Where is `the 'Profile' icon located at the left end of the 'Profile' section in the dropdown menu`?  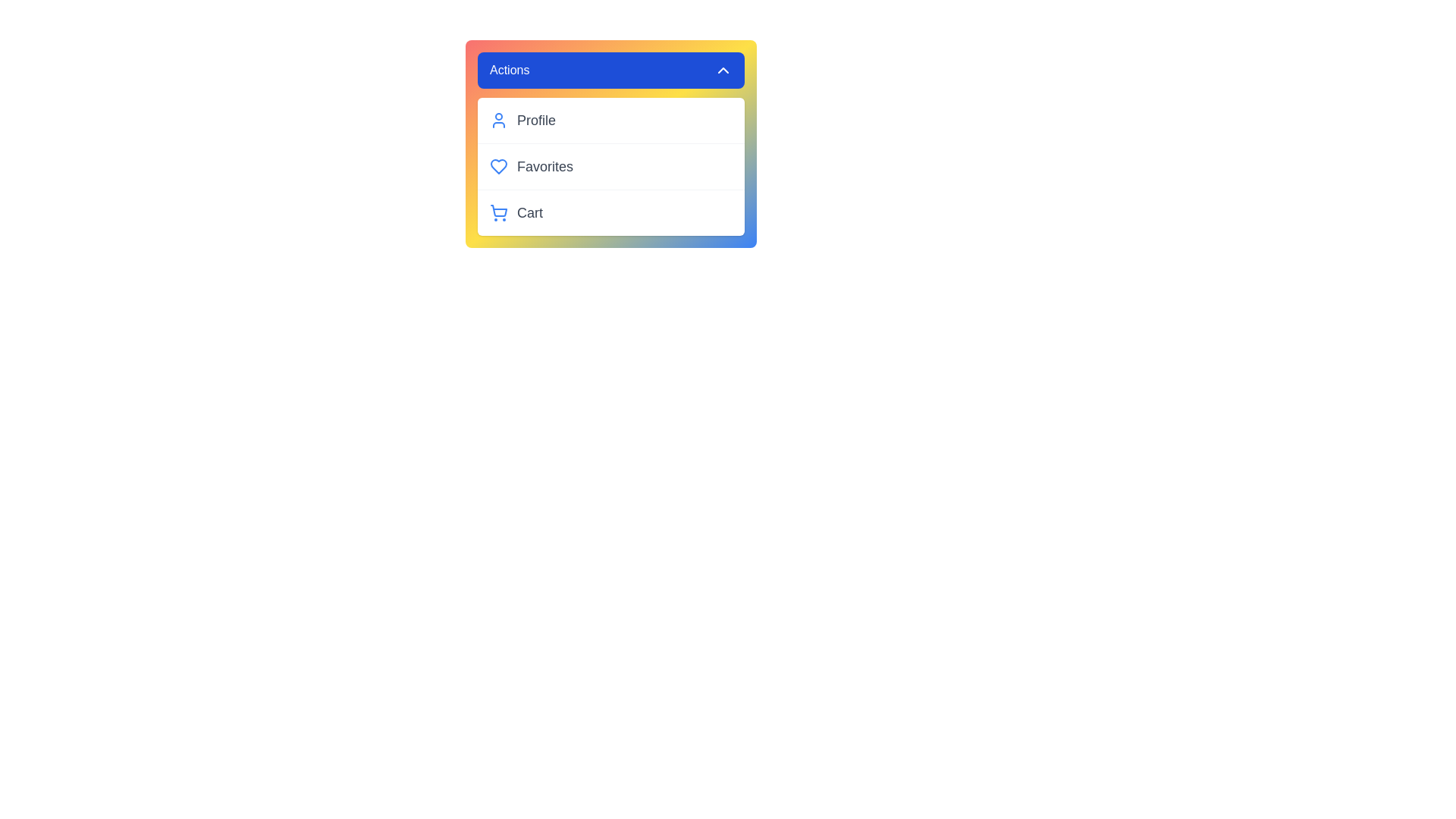
the 'Profile' icon located at the left end of the 'Profile' section in the dropdown menu is located at coordinates (498, 119).